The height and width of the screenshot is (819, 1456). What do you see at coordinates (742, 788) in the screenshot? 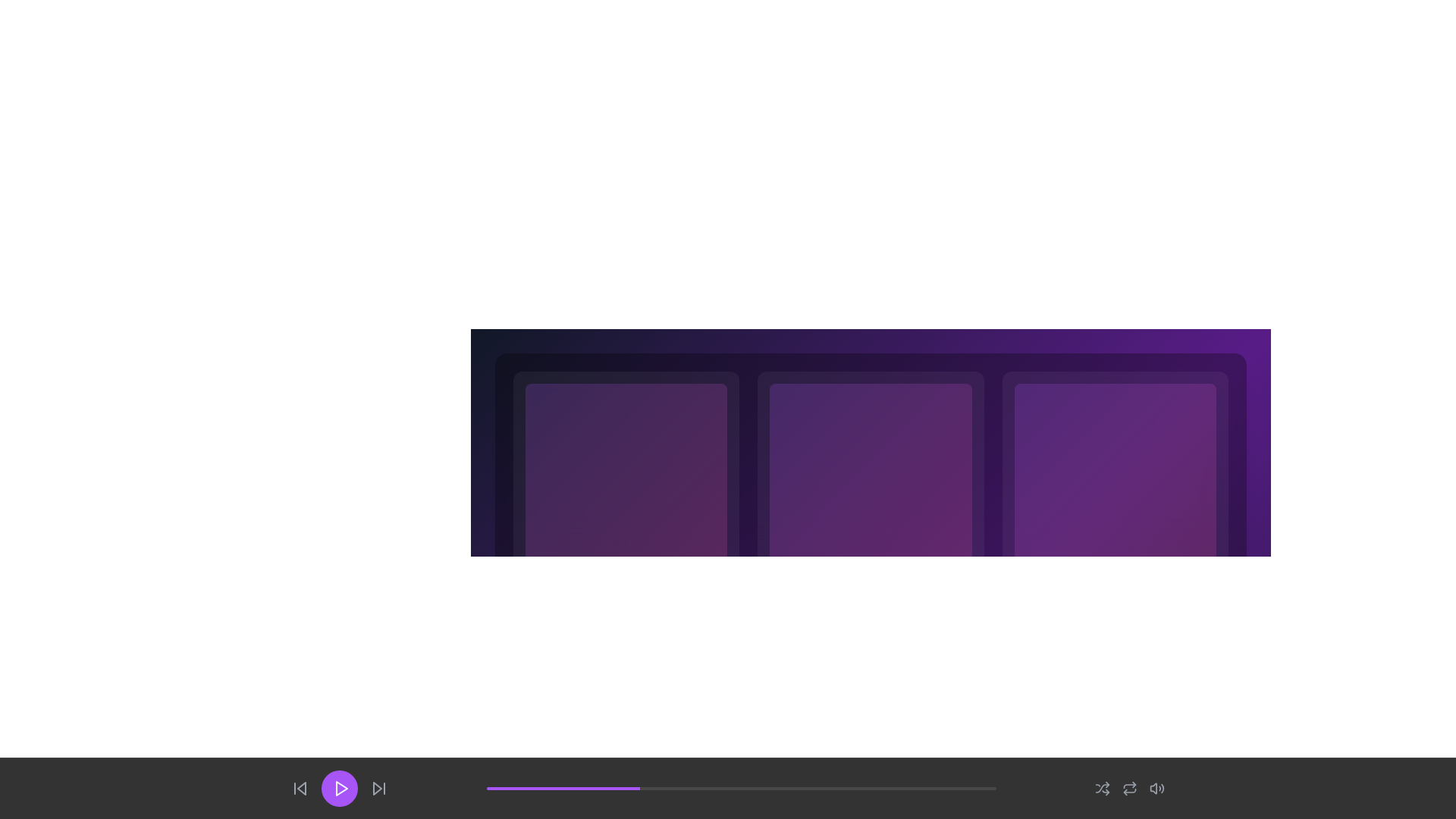
I see `the progress bar located at the bottom center of the interface` at bounding box center [742, 788].